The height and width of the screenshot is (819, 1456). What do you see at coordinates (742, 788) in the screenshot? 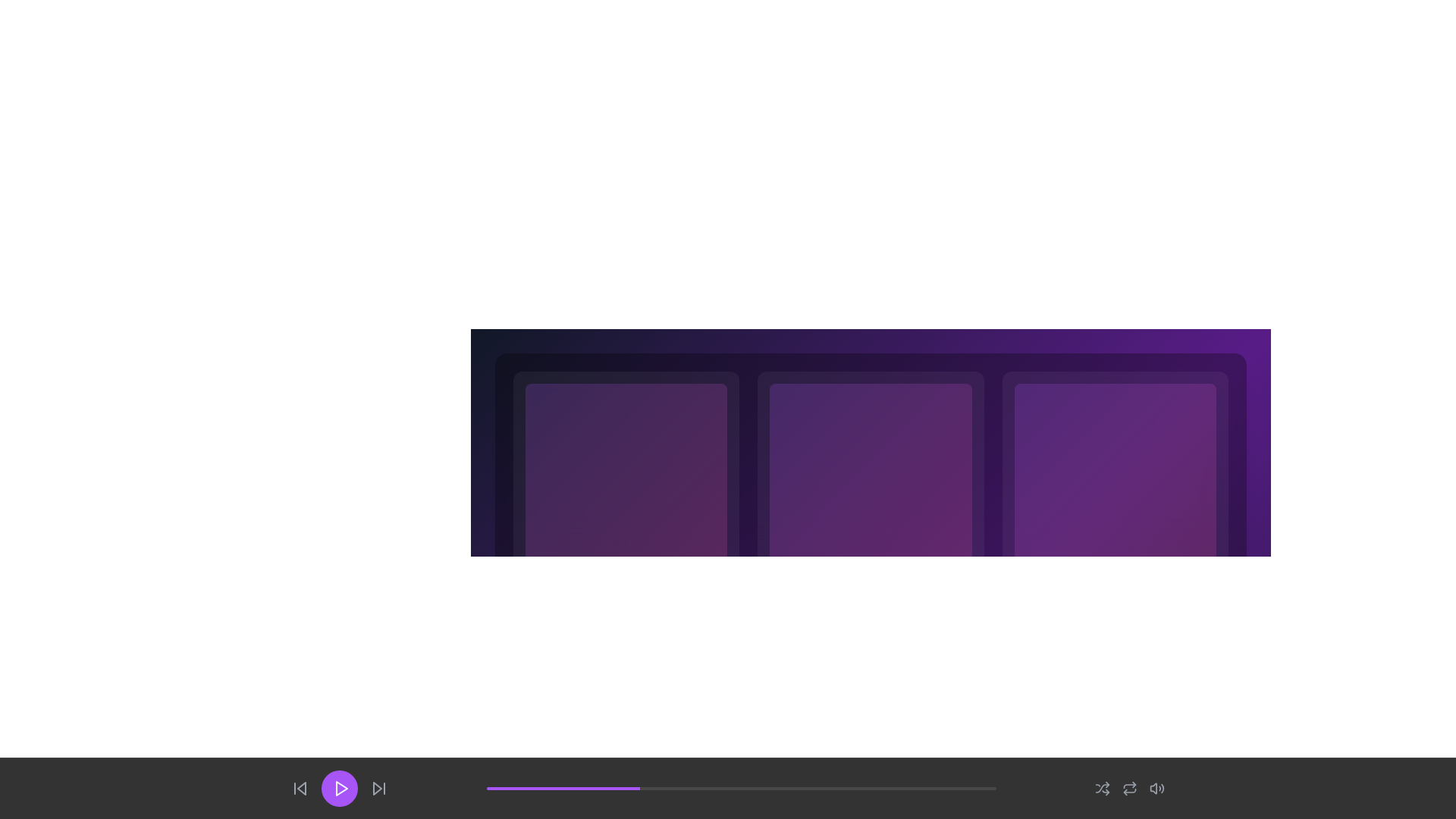
I see `the progress bar located at the bottom center of the interface` at bounding box center [742, 788].